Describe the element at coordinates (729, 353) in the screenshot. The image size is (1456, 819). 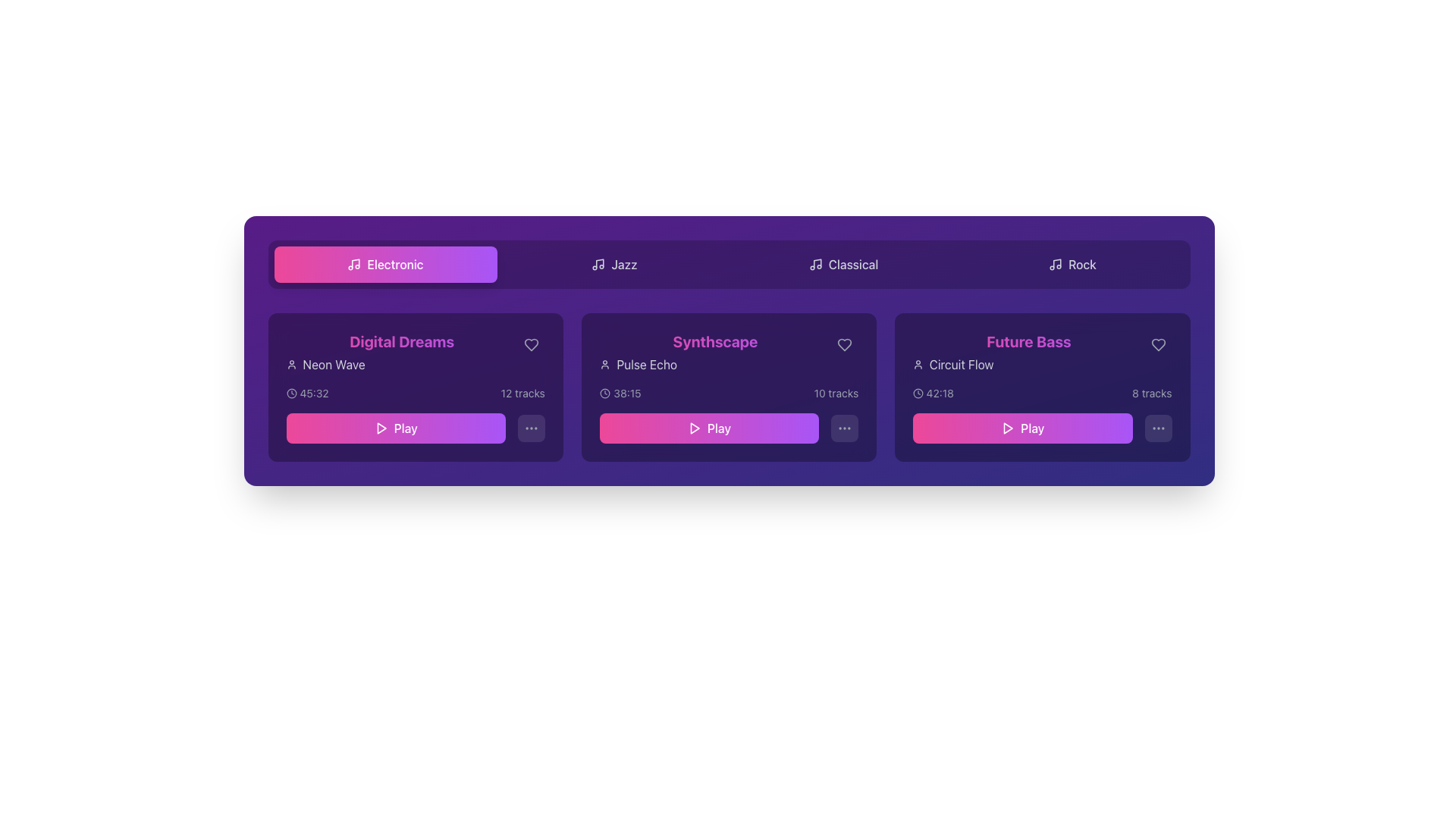
I see `the styling of the Text Label that identifies the music album or track, located in the center column above the time and track count details` at that location.